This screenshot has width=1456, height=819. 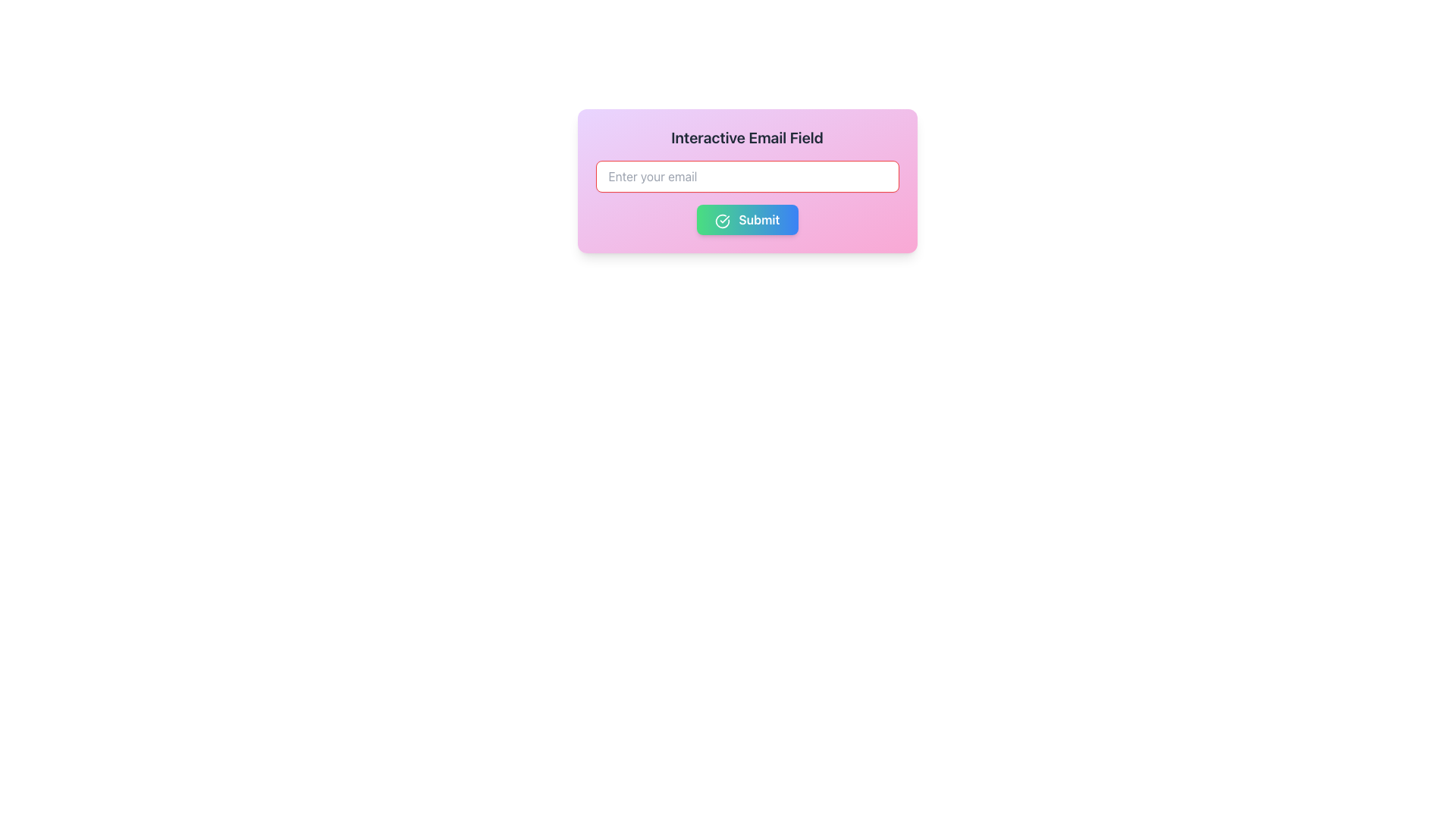 What do you see at coordinates (721, 221) in the screenshot?
I see `the confirmation icon located to the left and slightly above the center of the 'Submit' button, which indicates correctness` at bounding box center [721, 221].